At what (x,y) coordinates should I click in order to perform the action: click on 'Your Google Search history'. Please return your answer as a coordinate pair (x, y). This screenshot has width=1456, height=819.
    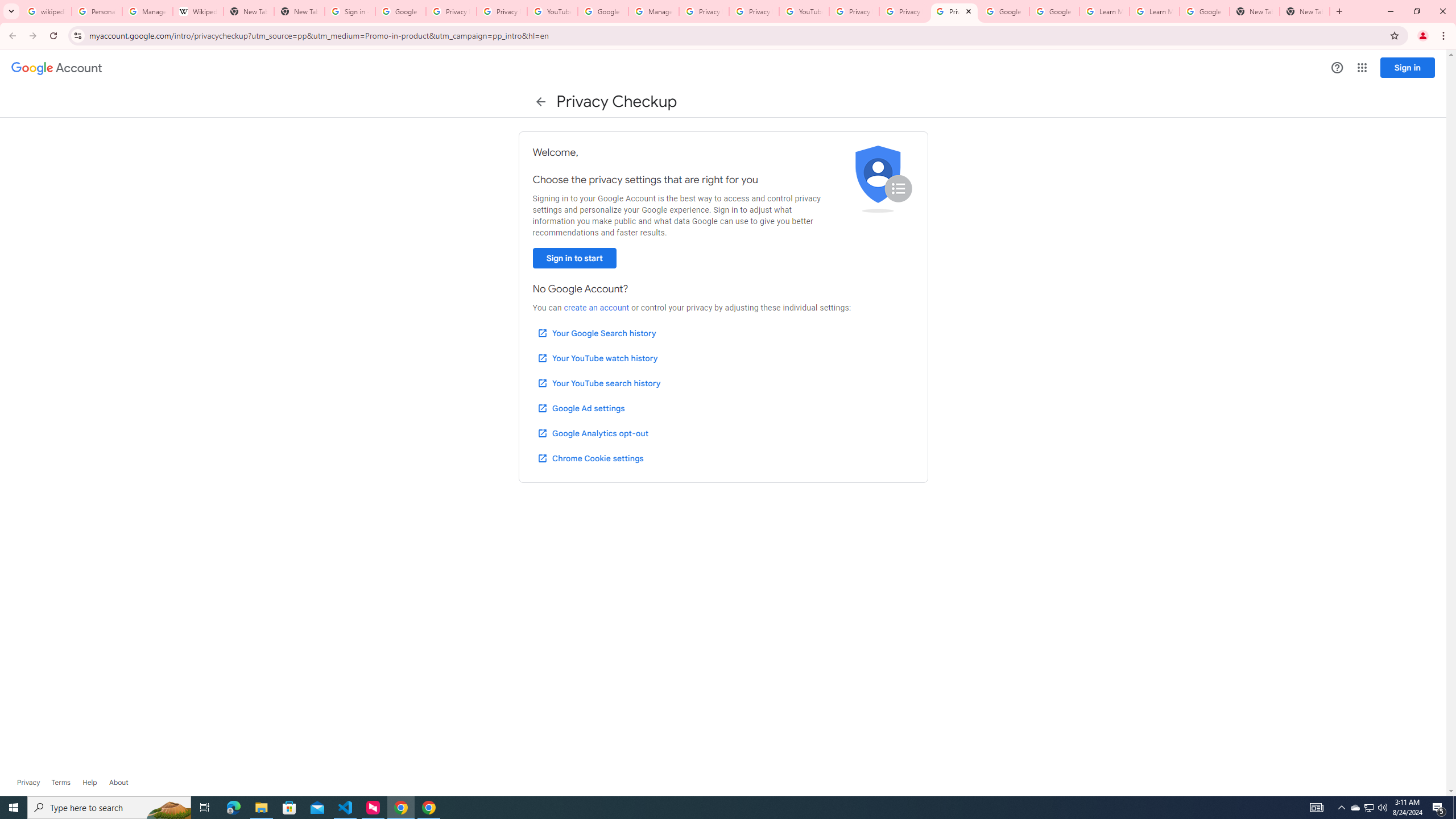
    Looking at the image, I should click on (596, 333).